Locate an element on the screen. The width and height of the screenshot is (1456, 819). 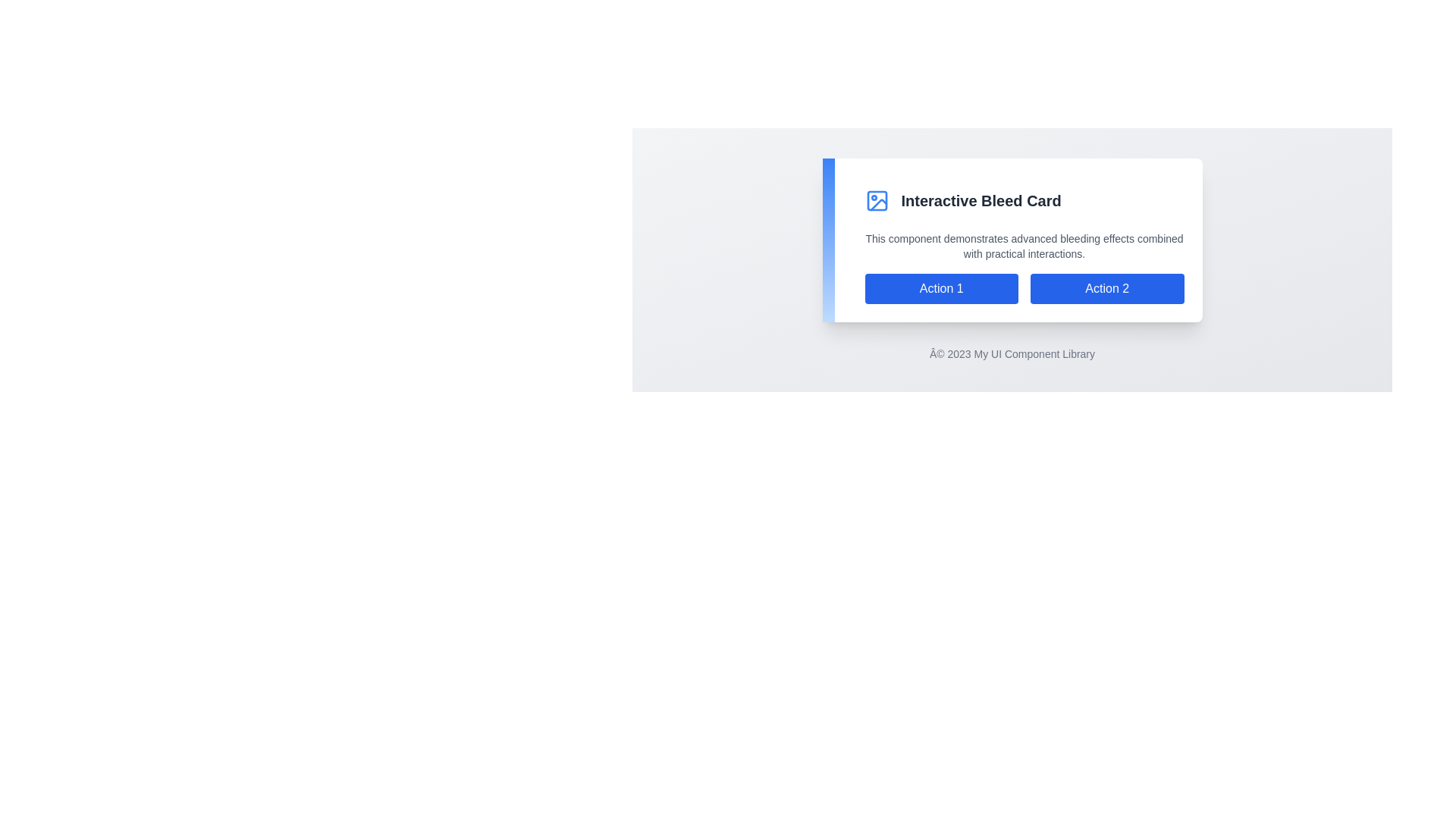
the rectangular button with a blue background and white text reading 'Action 1' is located at coordinates (940, 289).